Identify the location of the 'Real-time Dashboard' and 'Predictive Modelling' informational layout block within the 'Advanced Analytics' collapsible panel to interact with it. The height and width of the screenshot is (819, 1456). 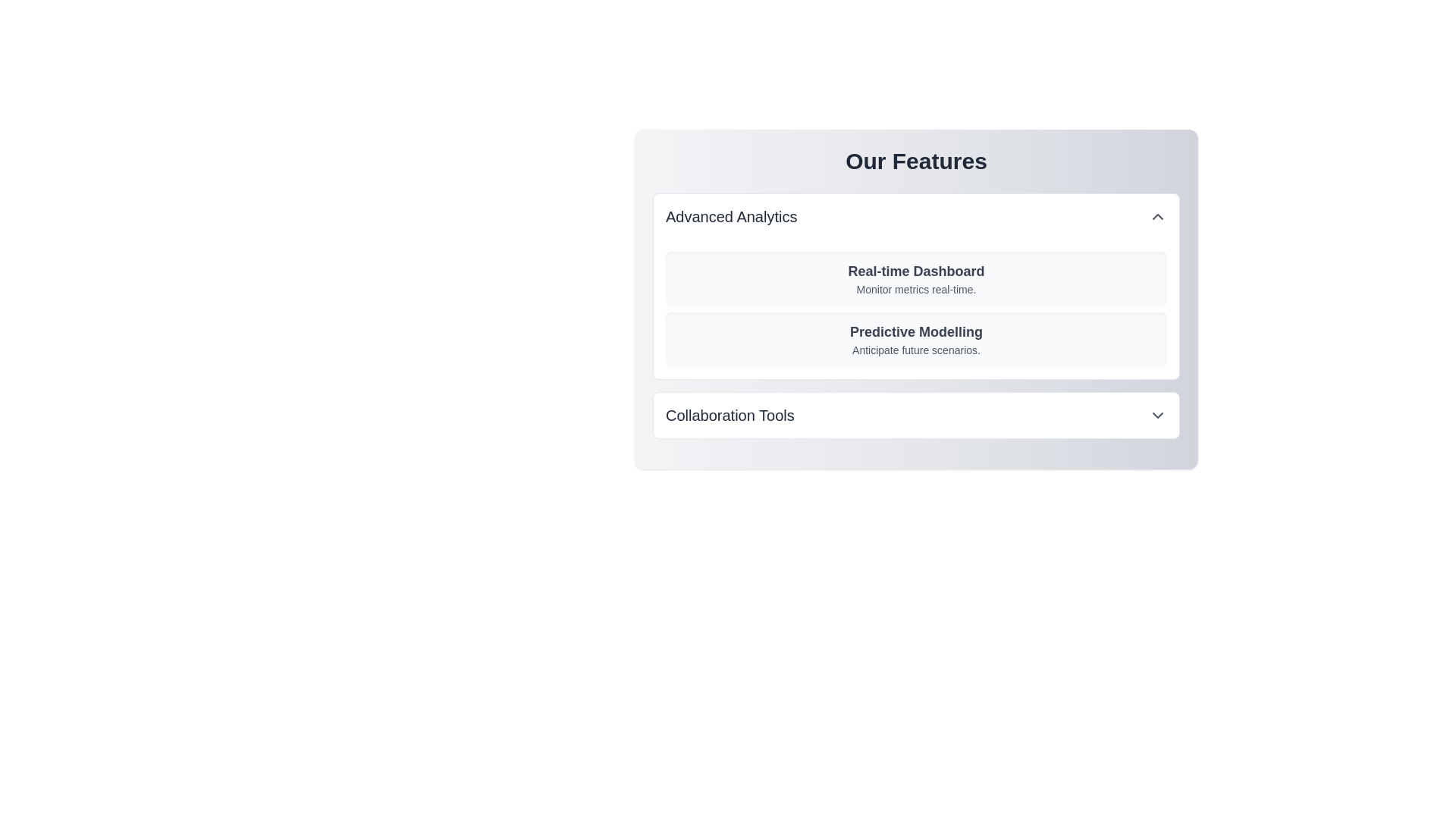
(915, 309).